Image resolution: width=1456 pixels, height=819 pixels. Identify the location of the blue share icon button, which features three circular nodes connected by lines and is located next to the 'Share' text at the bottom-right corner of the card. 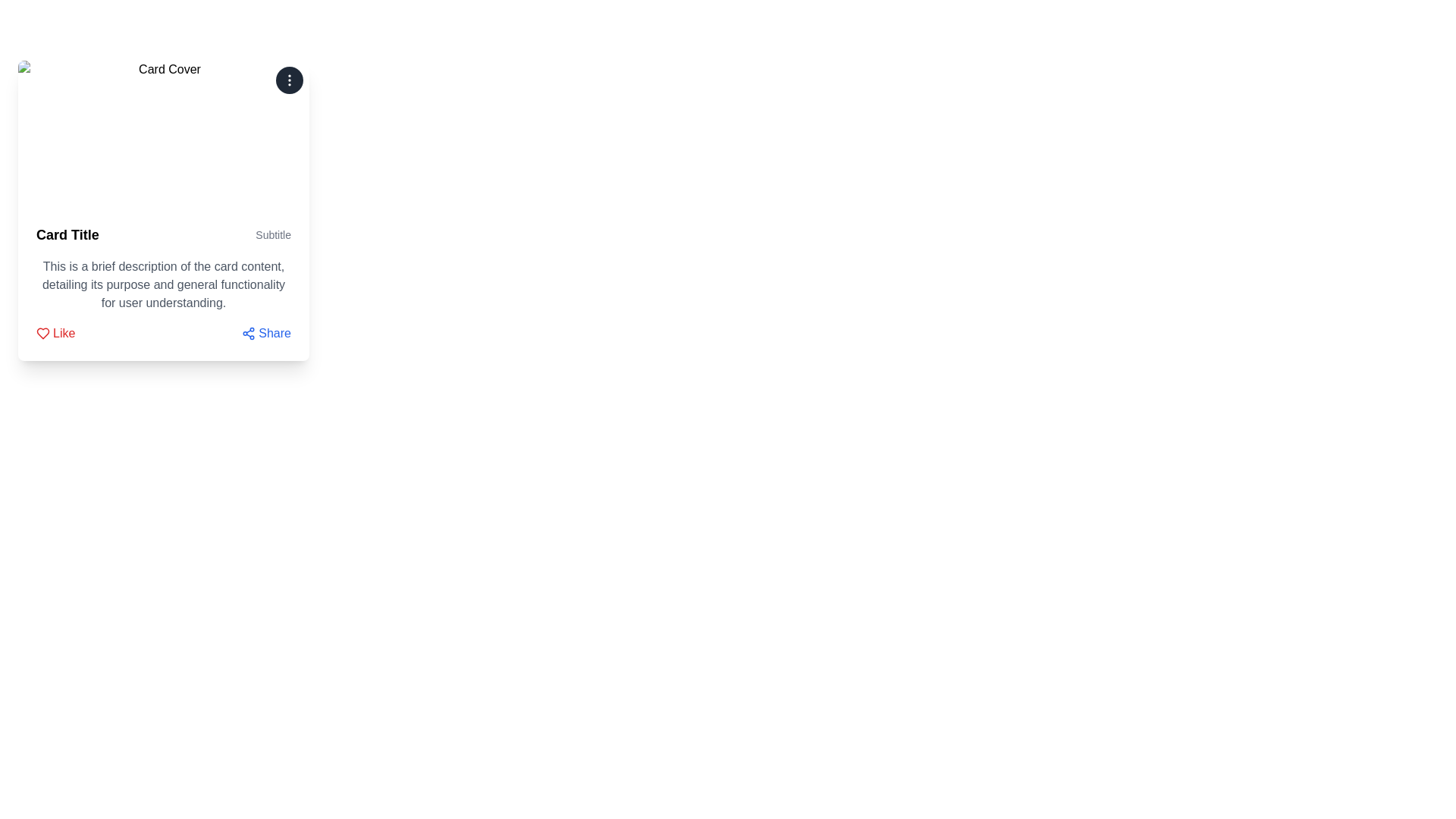
(249, 332).